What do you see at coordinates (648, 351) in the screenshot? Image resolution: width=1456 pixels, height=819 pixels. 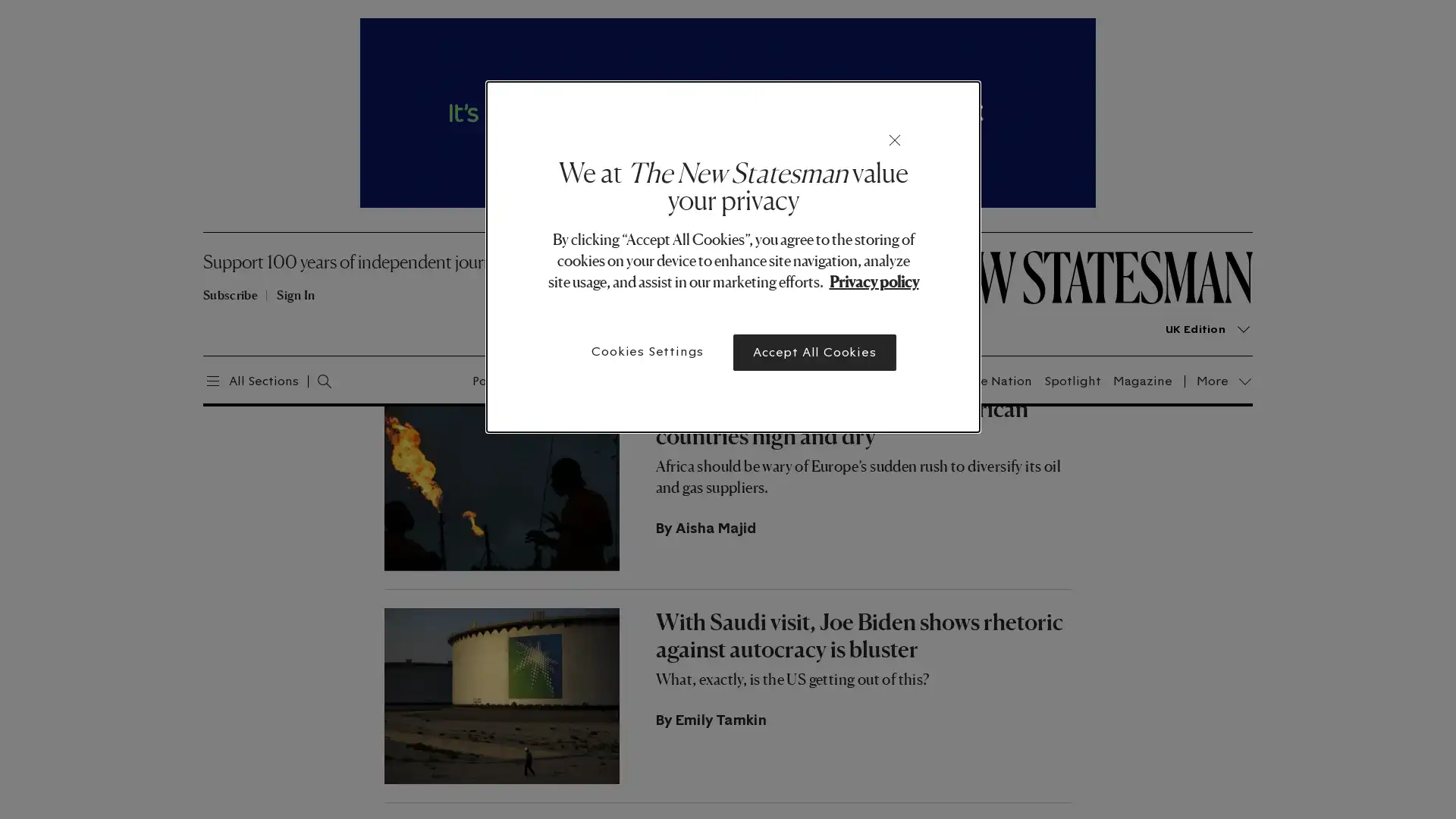 I see `Cookies Settings` at bounding box center [648, 351].